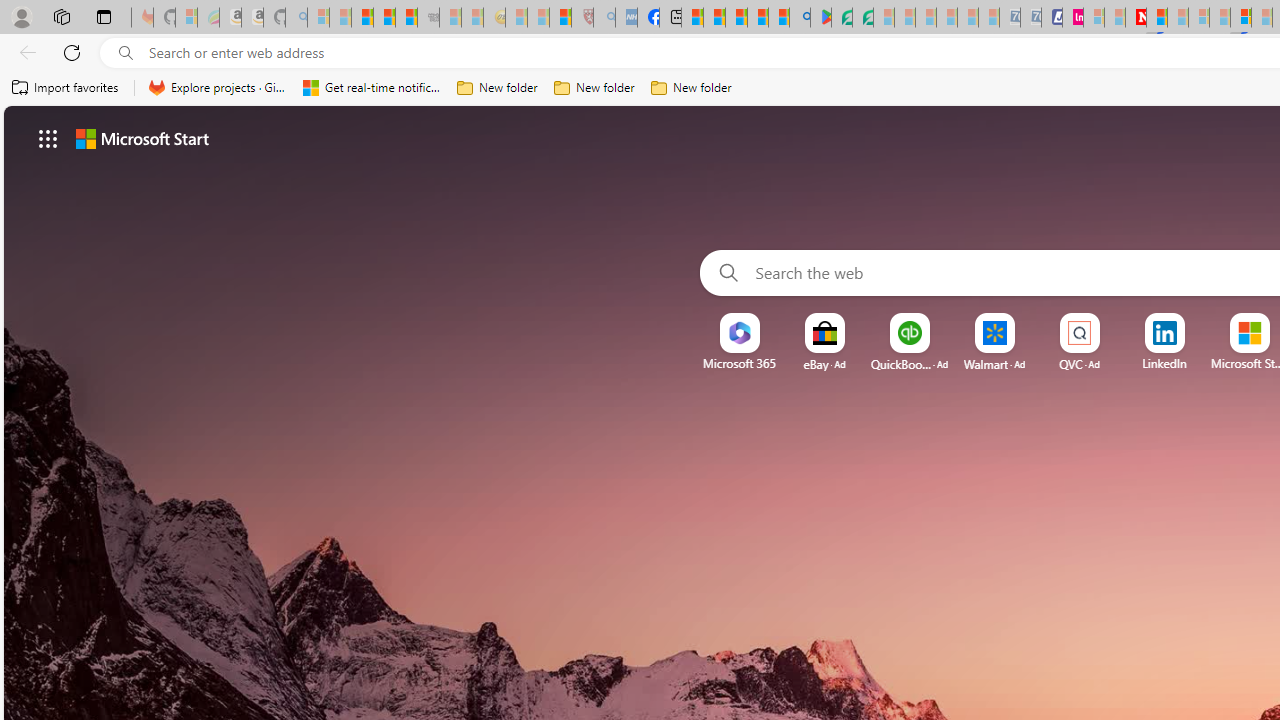  Describe the element at coordinates (125, 52) in the screenshot. I see `'Search icon'` at that location.